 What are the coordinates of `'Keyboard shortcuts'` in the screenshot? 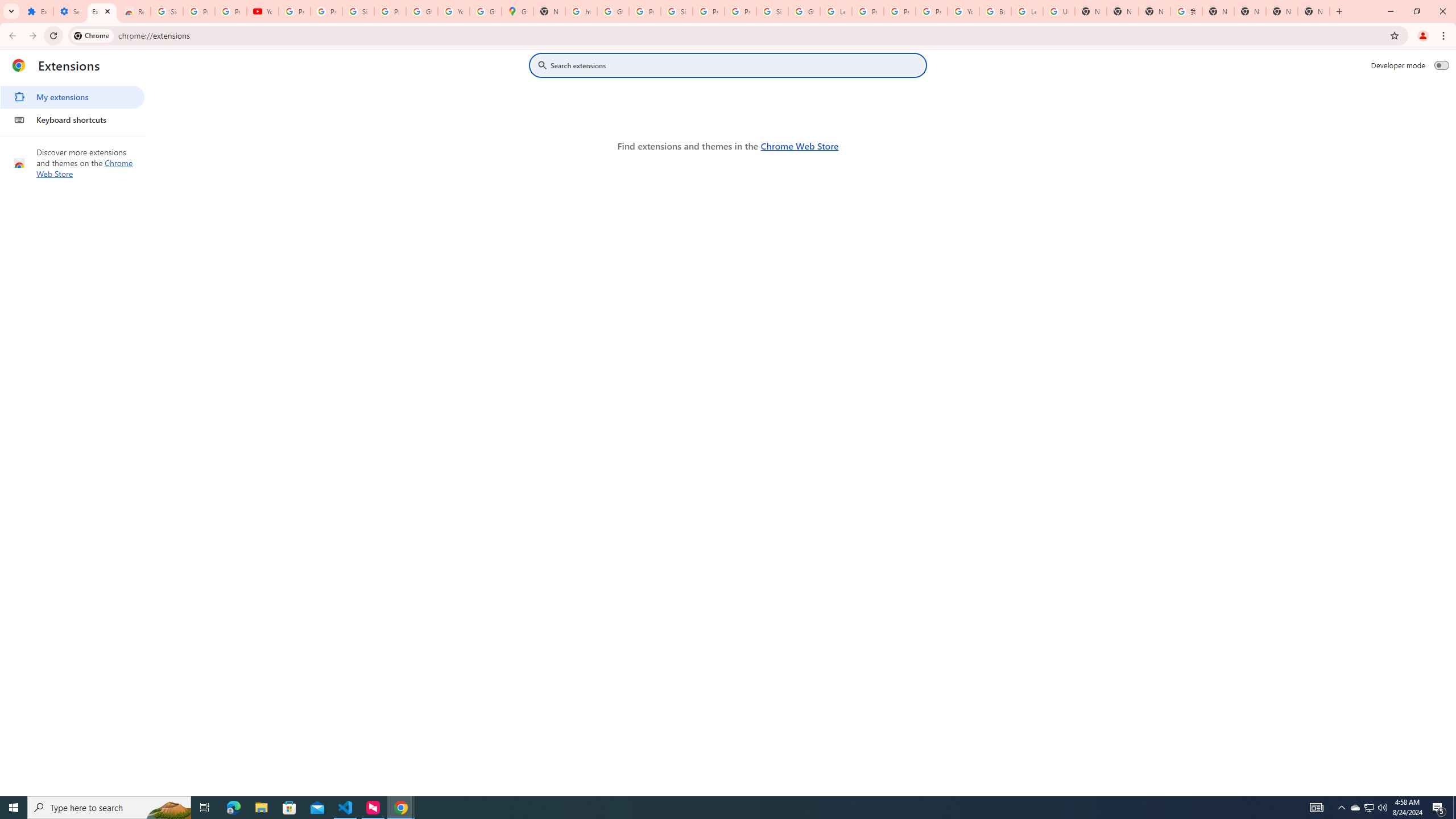 It's located at (72, 119).